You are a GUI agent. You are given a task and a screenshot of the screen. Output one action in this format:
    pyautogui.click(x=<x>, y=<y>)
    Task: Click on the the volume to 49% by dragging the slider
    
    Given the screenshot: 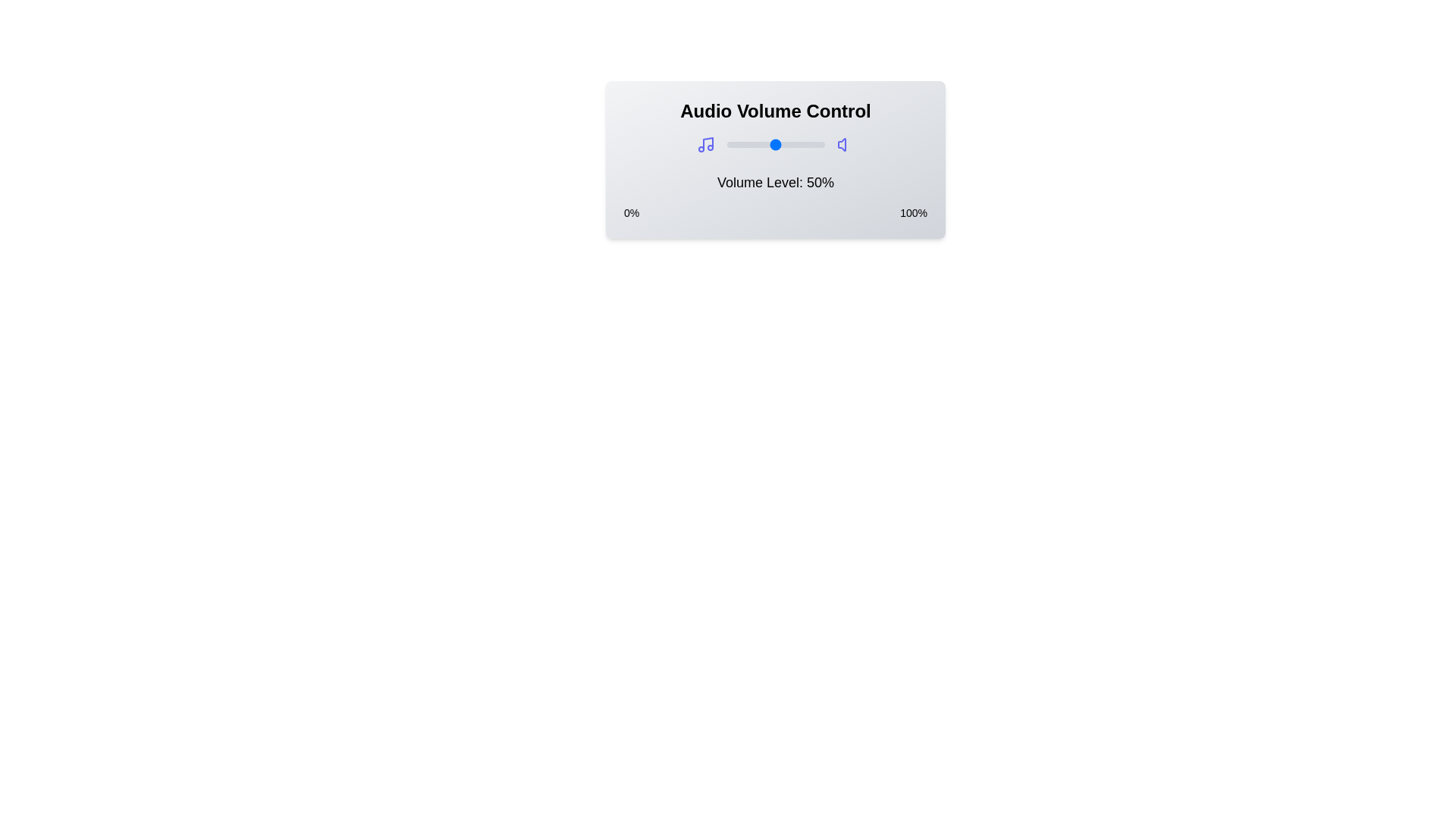 What is the action you would take?
    pyautogui.click(x=774, y=145)
    